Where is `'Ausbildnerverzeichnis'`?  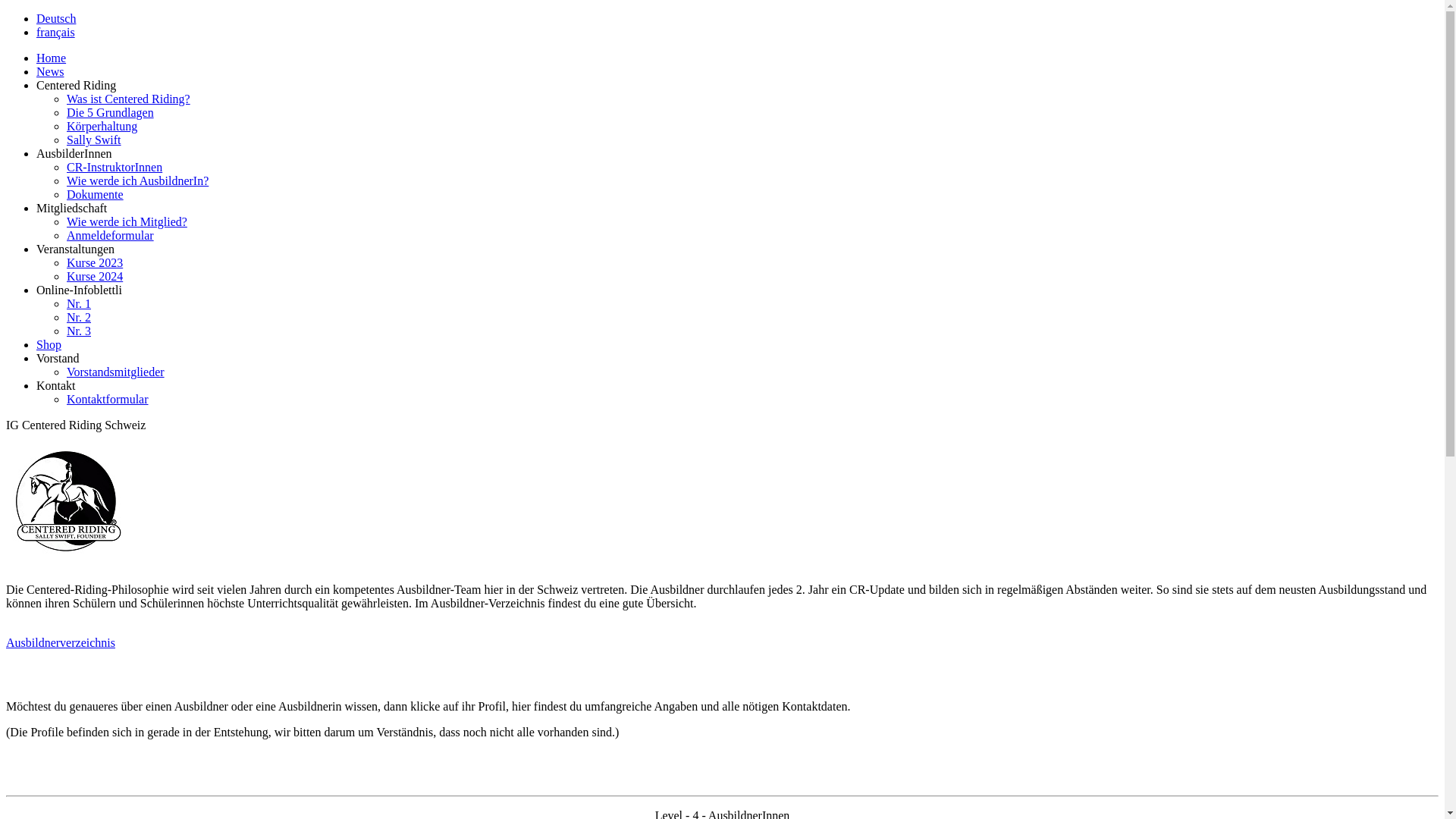 'Ausbildnerverzeichnis' is located at coordinates (61, 642).